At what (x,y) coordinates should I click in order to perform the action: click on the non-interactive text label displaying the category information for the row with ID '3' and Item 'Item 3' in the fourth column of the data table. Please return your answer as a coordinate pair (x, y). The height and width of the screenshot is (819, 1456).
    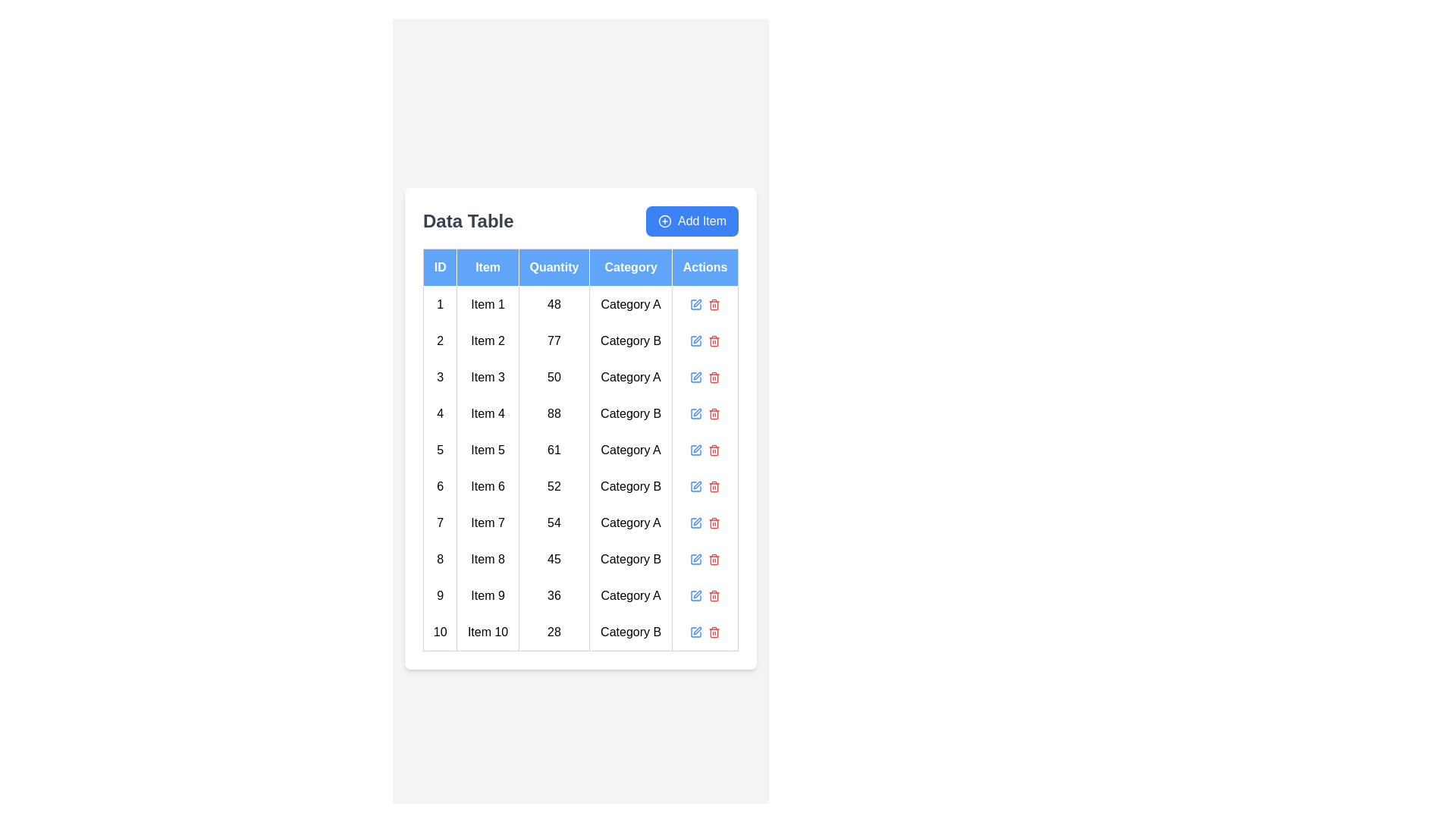
    Looking at the image, I should click on (631, 376).